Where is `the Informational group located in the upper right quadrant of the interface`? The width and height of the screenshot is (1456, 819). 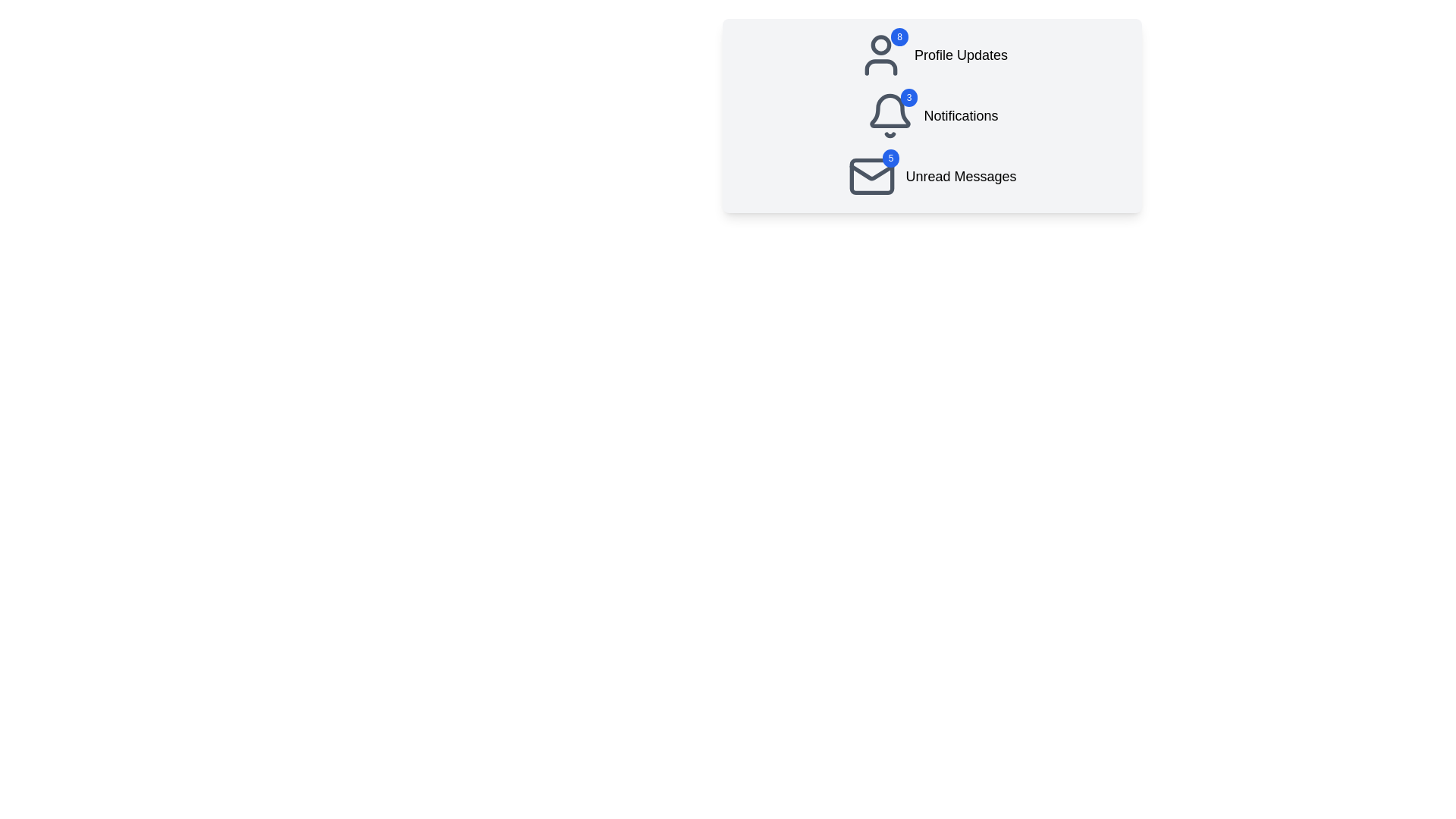
the Informational group located in the upper right quadrant of the interface is located at coordinates (931, 115).